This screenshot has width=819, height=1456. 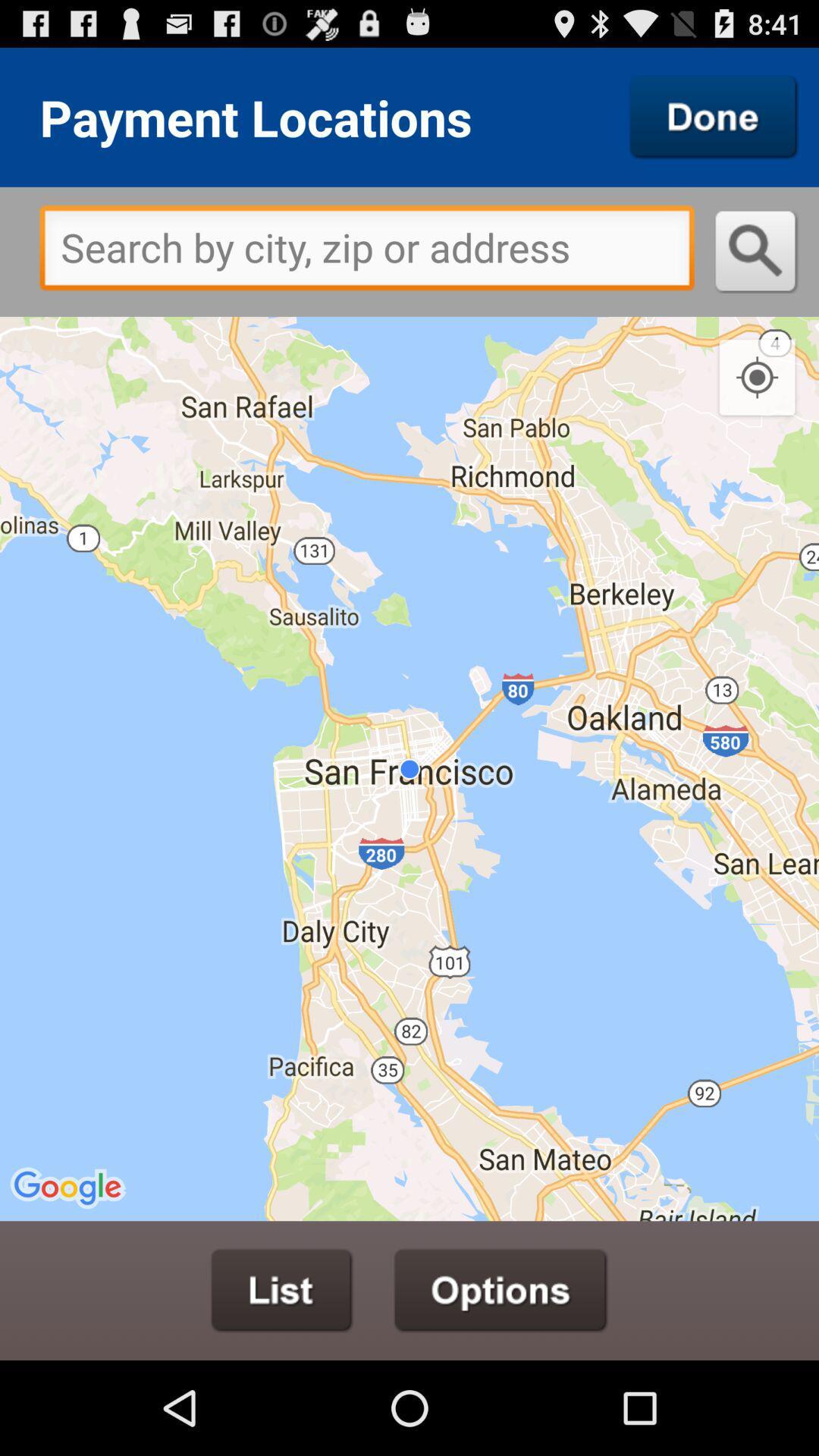 I want to click on see list from map, so click(x=281, y=1290).